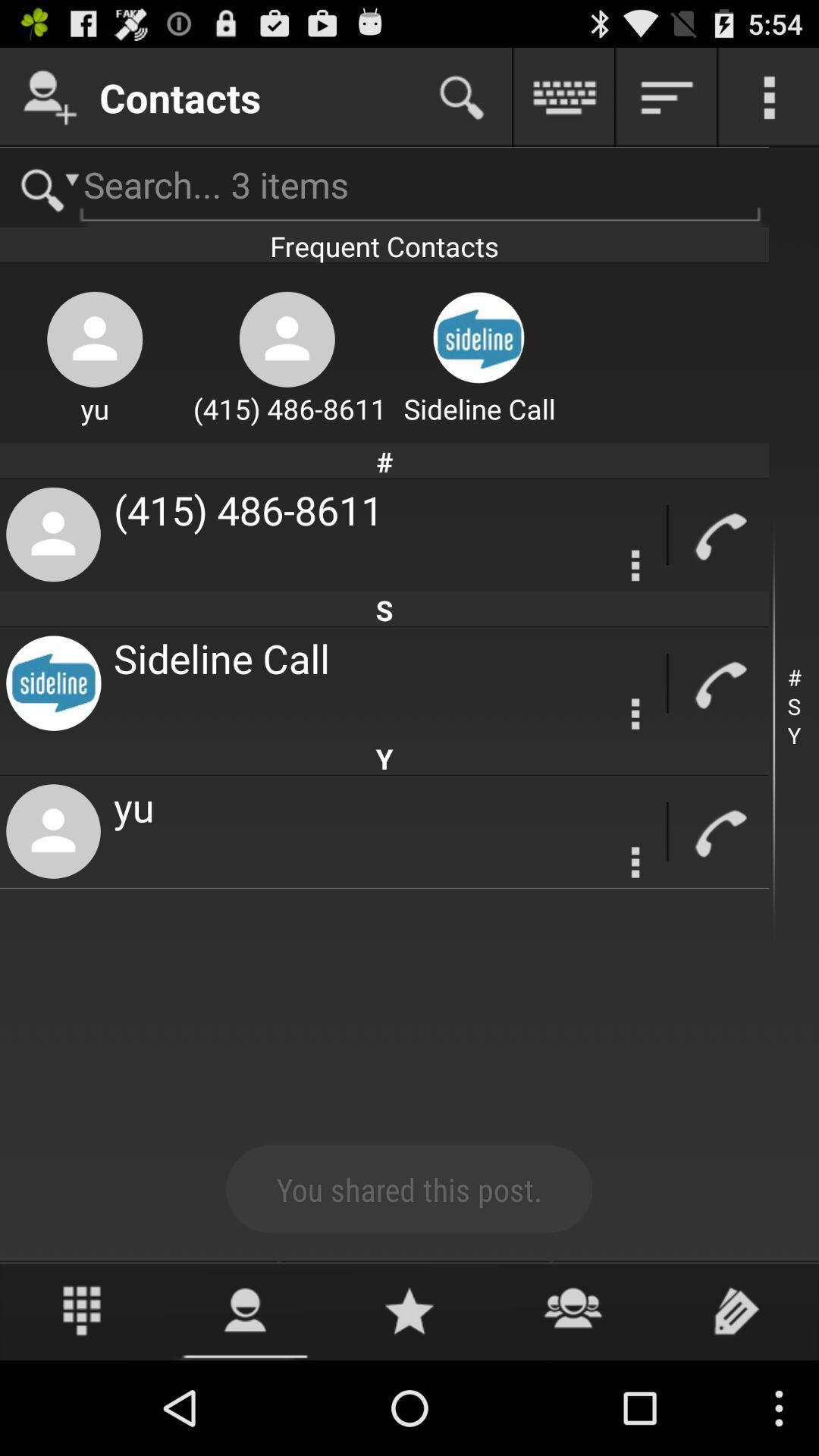  I want to click on to bring up numeral buttons like a phone, so click(82, 1310).